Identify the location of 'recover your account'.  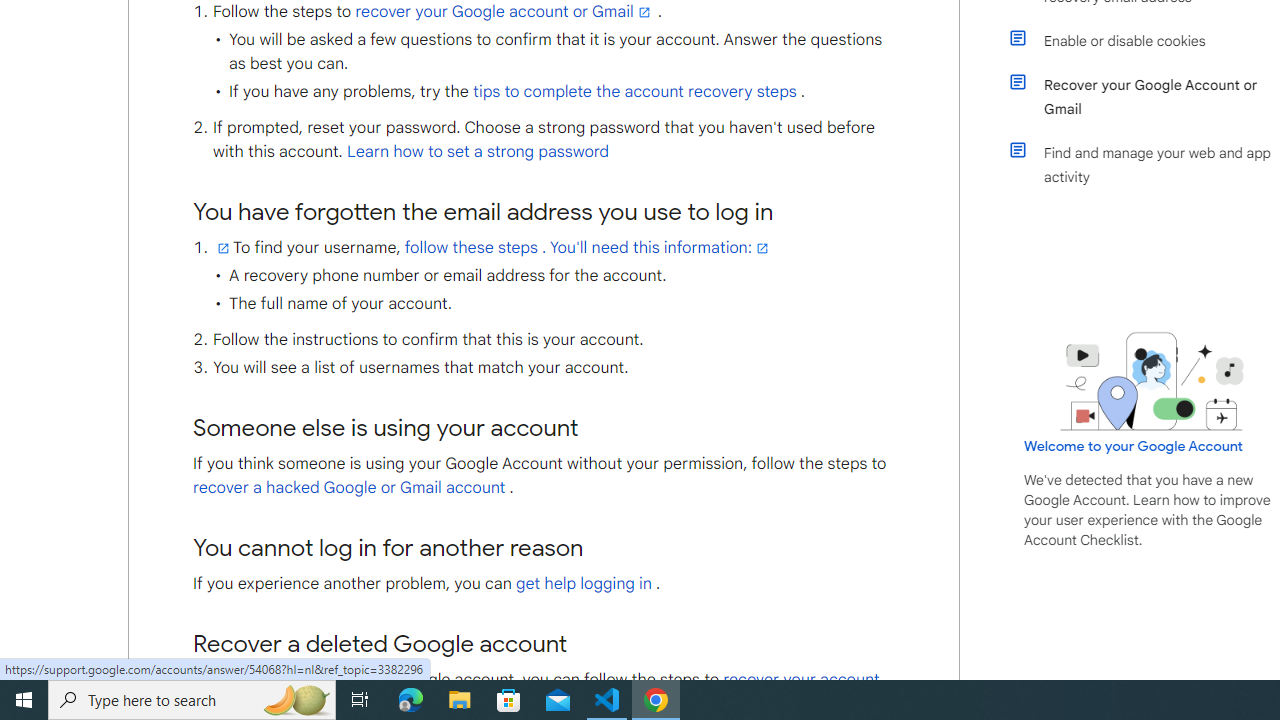
(801, 679).